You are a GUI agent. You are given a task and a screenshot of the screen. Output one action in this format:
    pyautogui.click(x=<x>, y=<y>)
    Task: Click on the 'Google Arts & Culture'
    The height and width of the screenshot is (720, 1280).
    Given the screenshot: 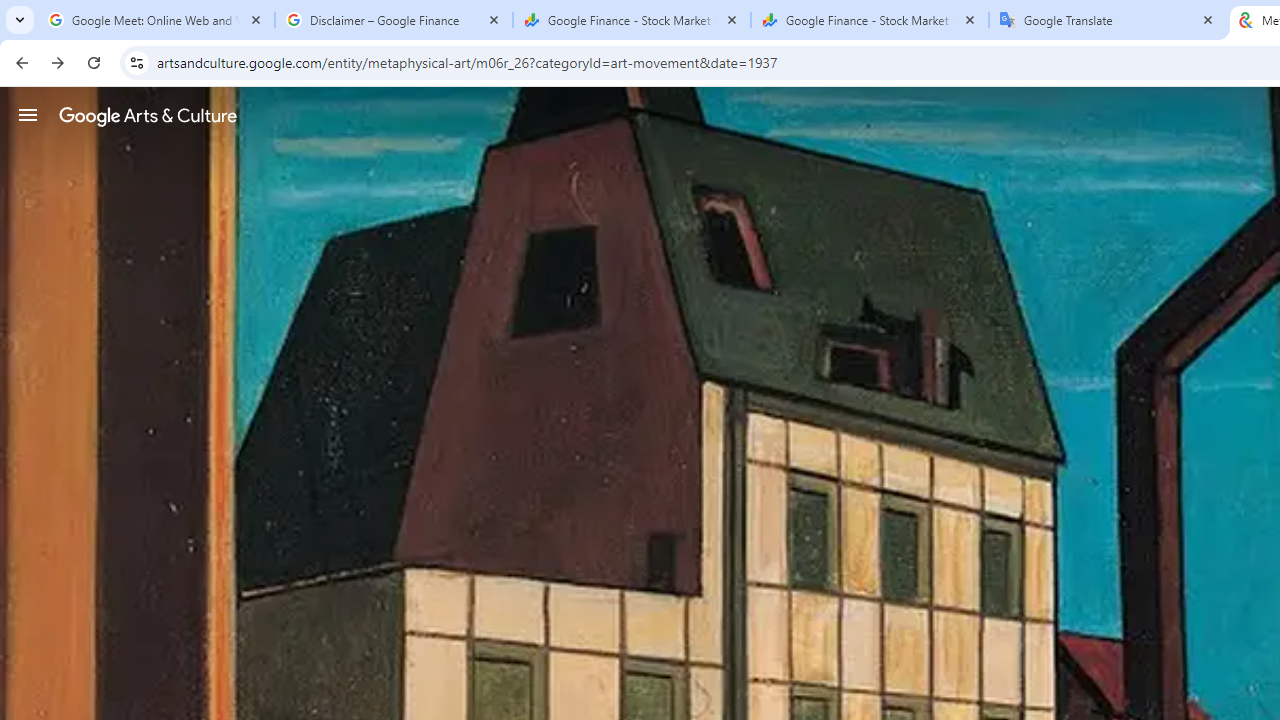 What is the action you would take?
    pyautogui.click(x=147, y=115)
    